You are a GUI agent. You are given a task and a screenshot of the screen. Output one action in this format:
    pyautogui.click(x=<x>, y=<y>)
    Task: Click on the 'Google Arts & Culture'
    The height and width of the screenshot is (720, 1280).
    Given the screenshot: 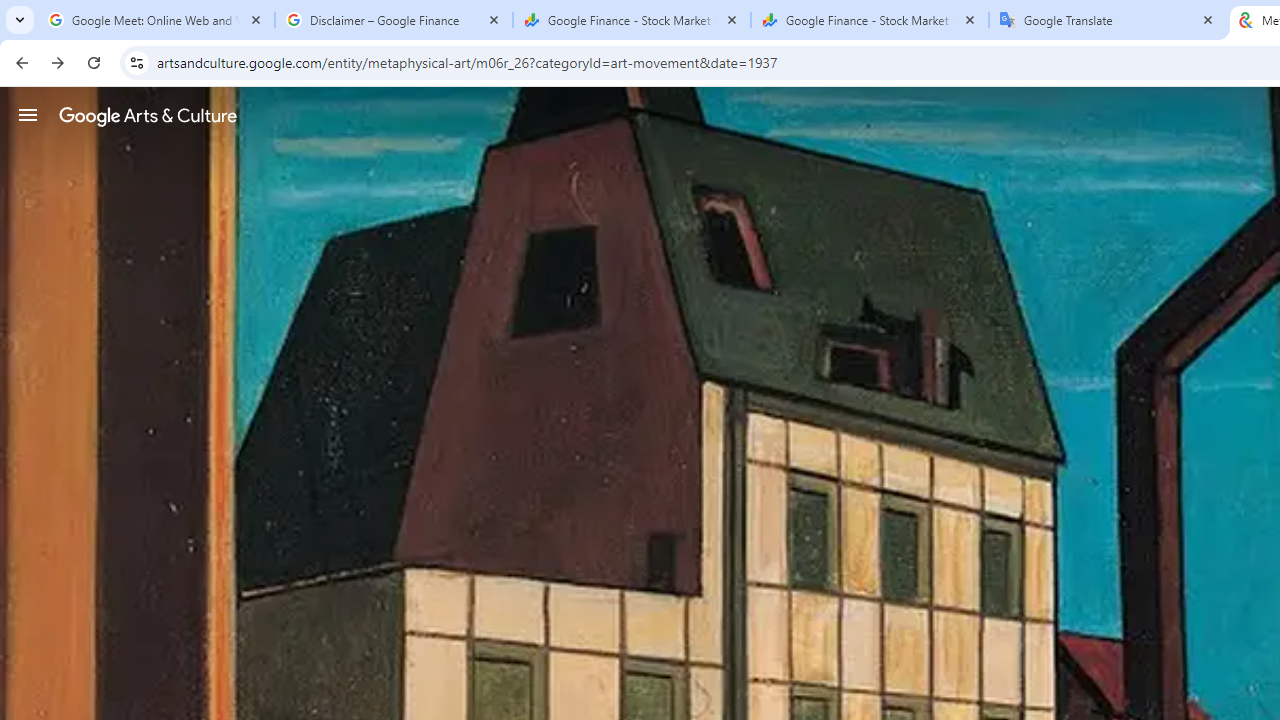 What is the action you would take?
    pyautogui.click(x=147, y=115)
    